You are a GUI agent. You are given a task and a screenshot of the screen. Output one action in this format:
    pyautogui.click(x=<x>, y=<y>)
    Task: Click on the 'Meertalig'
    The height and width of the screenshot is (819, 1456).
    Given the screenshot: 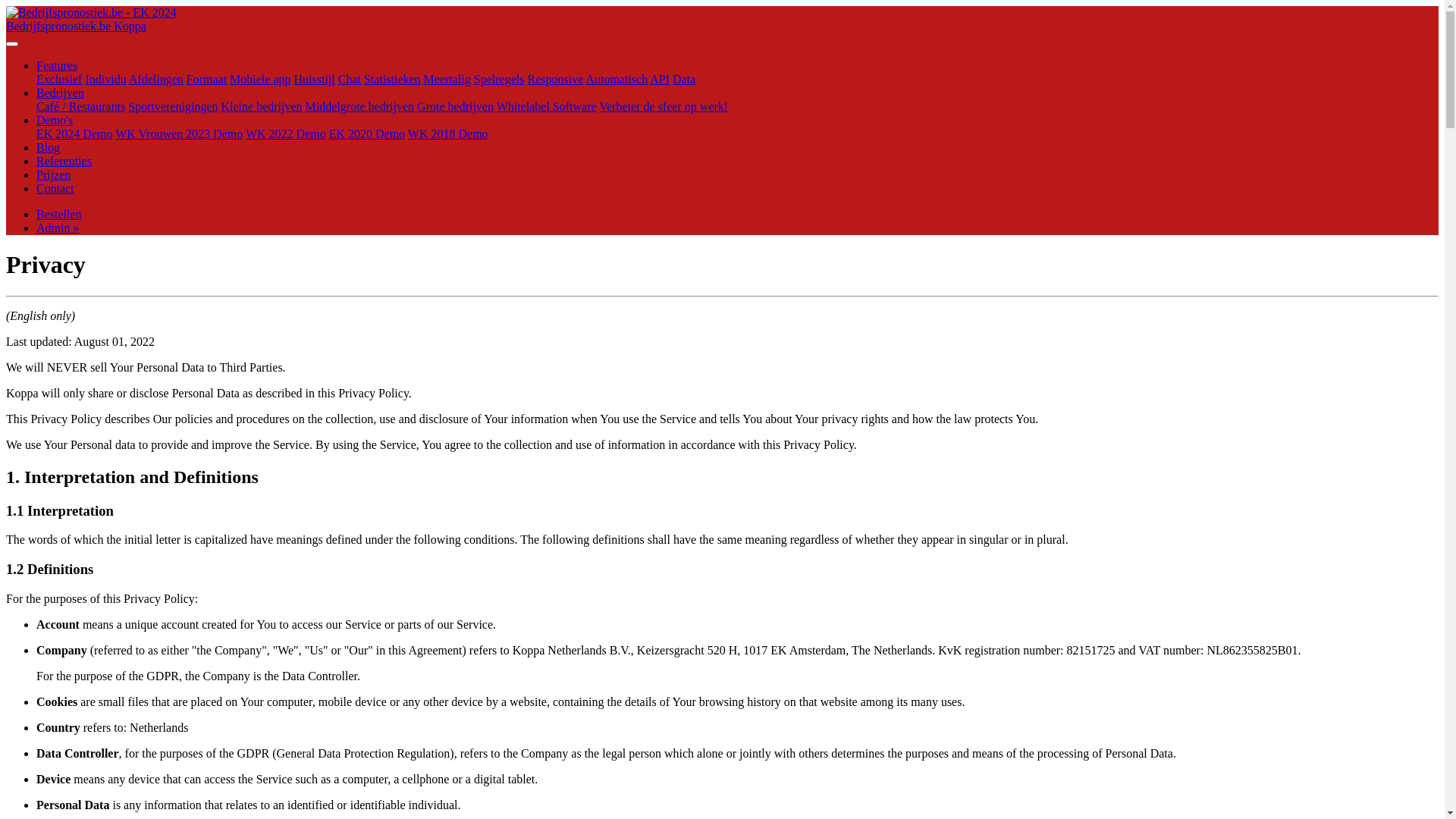 What is the action you would take?
    pyautogui.click(x=447, y=79)
    